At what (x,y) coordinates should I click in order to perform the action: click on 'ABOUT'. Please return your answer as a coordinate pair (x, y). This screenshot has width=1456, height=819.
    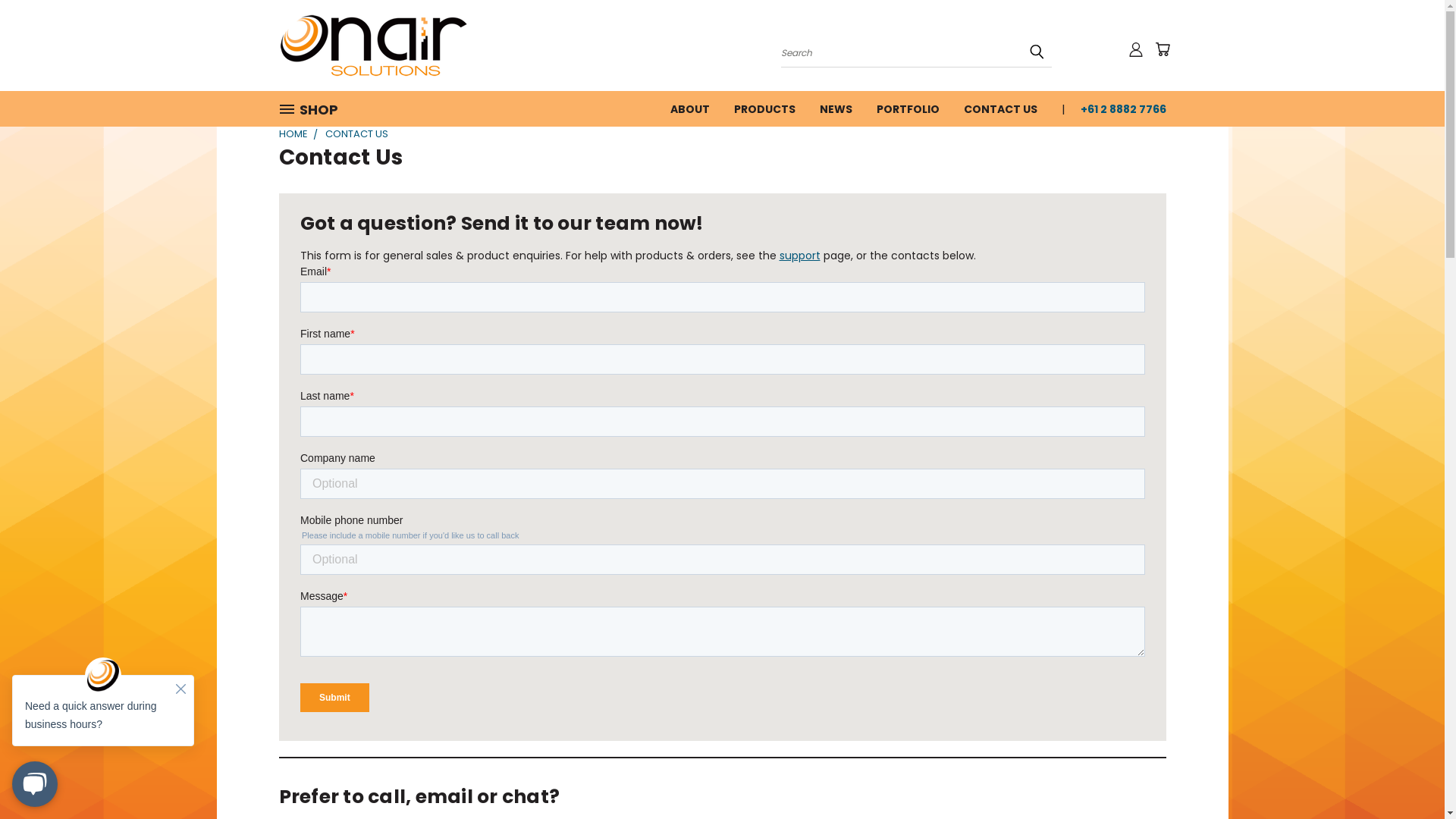
    Looking at the image, I should click on (689, 107).